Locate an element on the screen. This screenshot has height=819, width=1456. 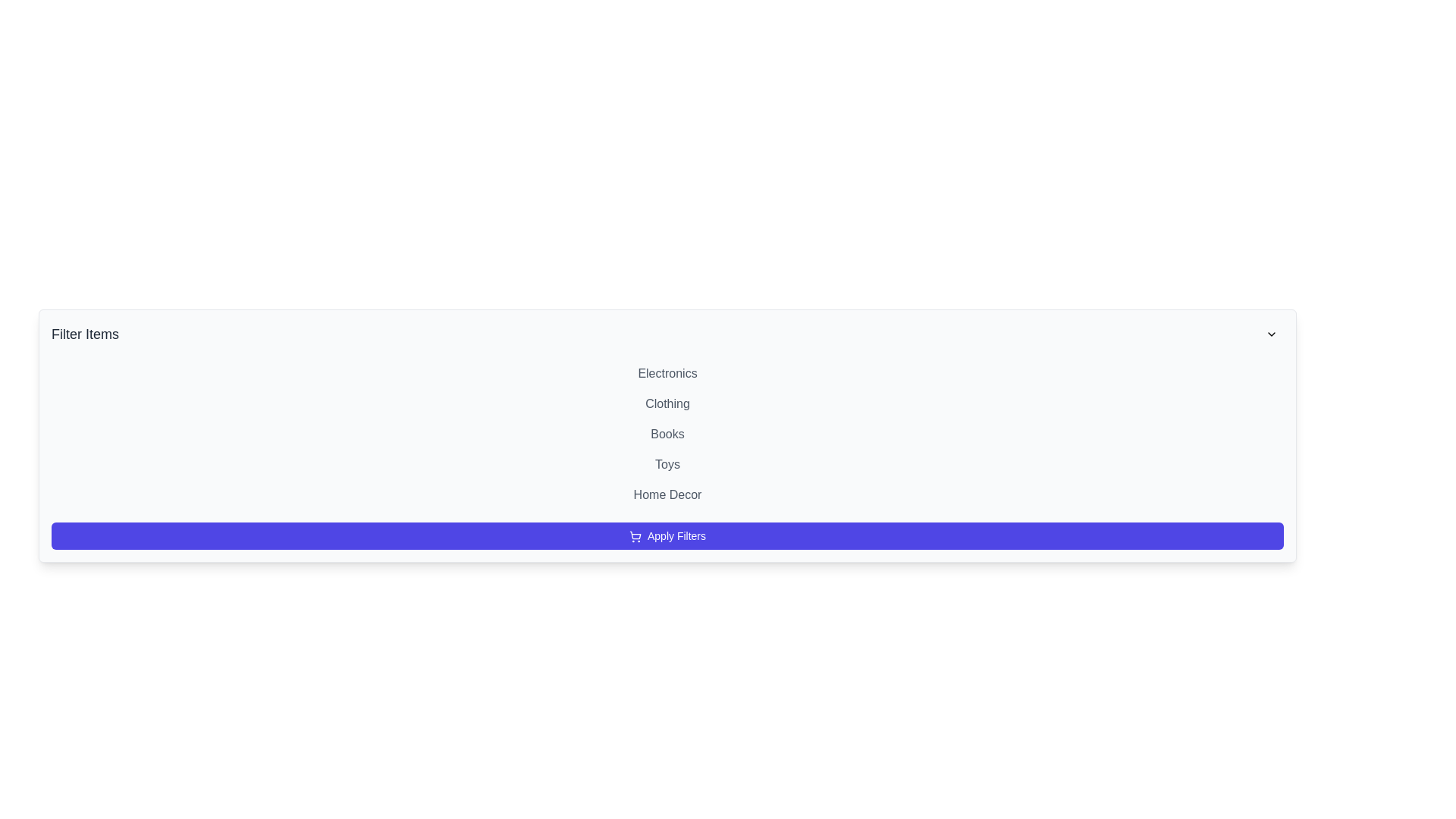
the shopping cart icon, which is a line-drawn illustration with a rectangular base and two circular wheels, located to the left of the 'Apply Filters' text within a purple button is located at coordinates (635, 536).